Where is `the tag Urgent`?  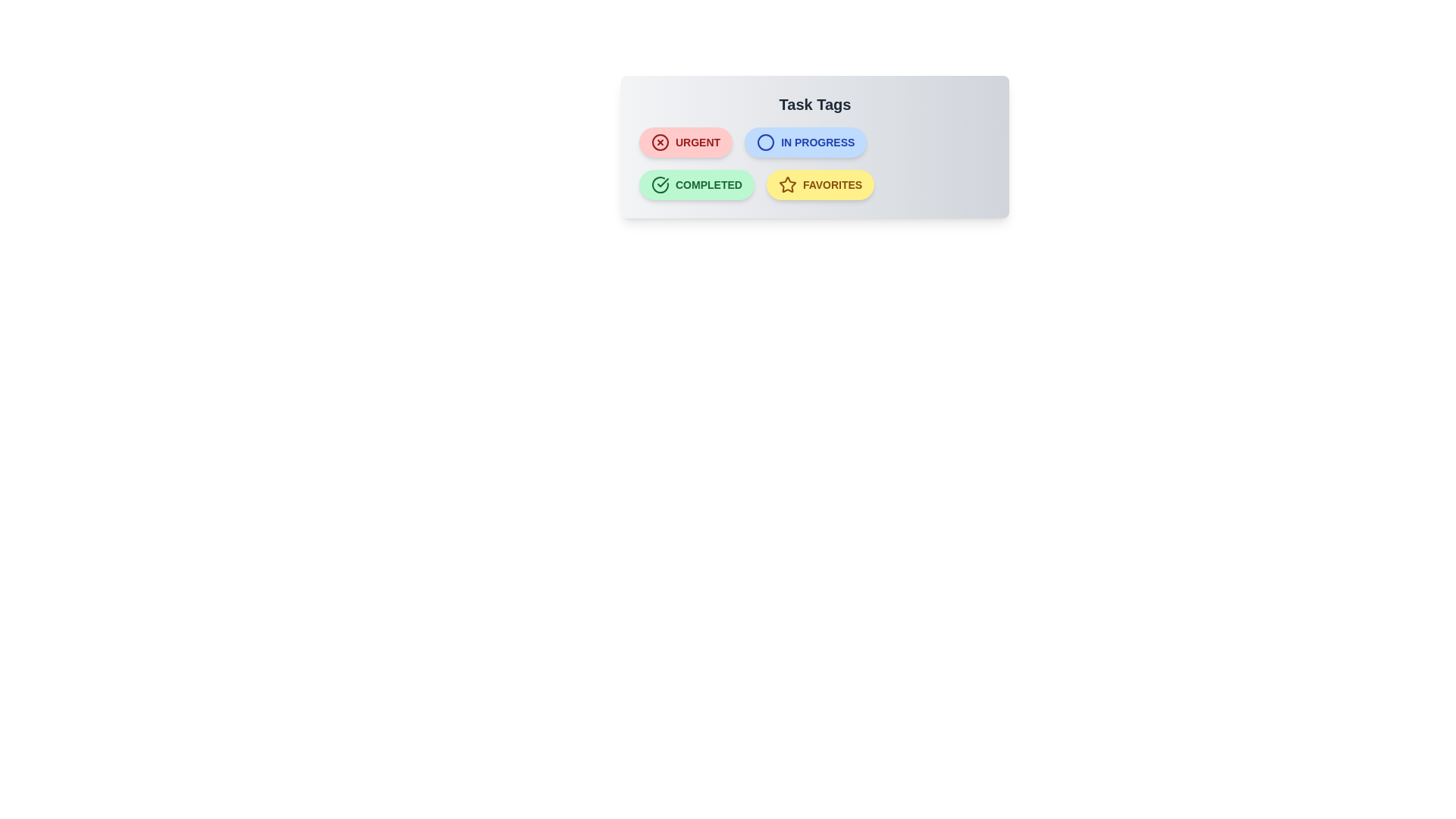 the tag Urgent is located at coordinates (684, 143).